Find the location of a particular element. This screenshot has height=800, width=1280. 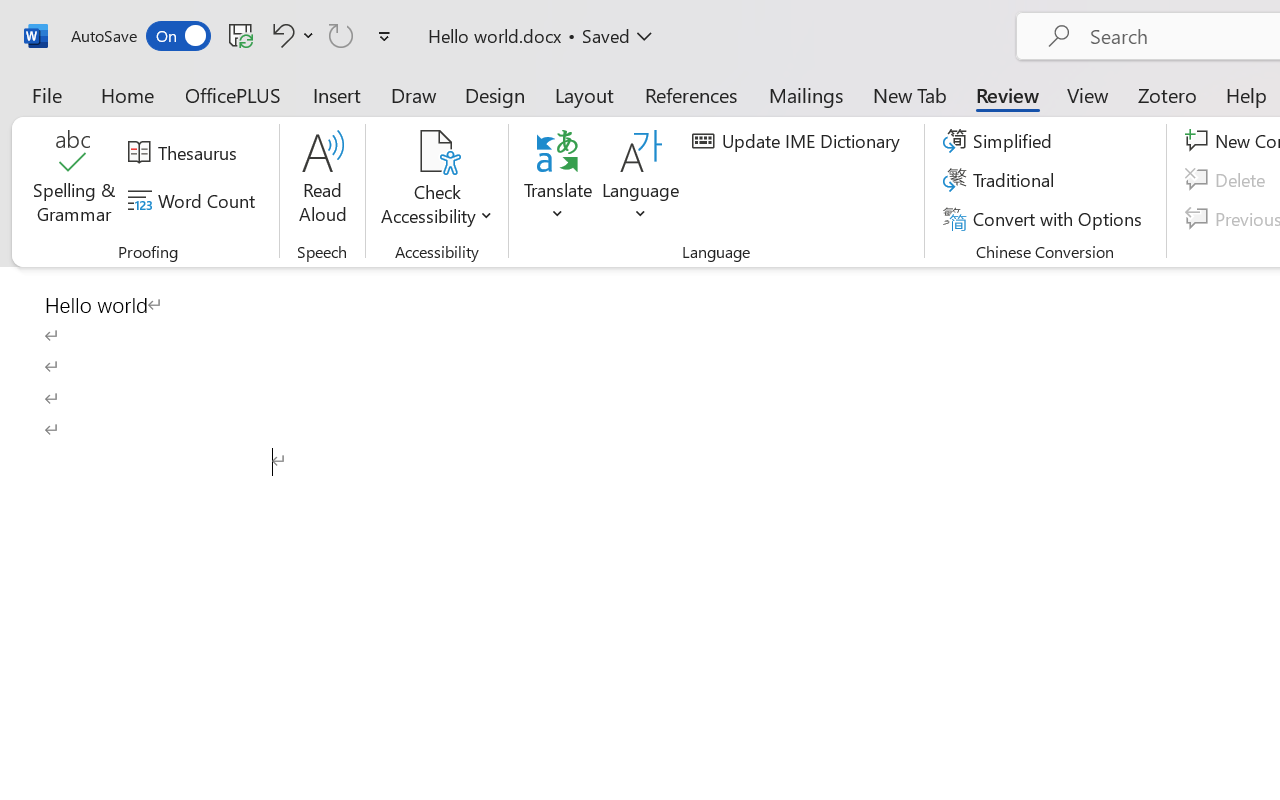

'Zotero' is located at coordinates (1167, 94).